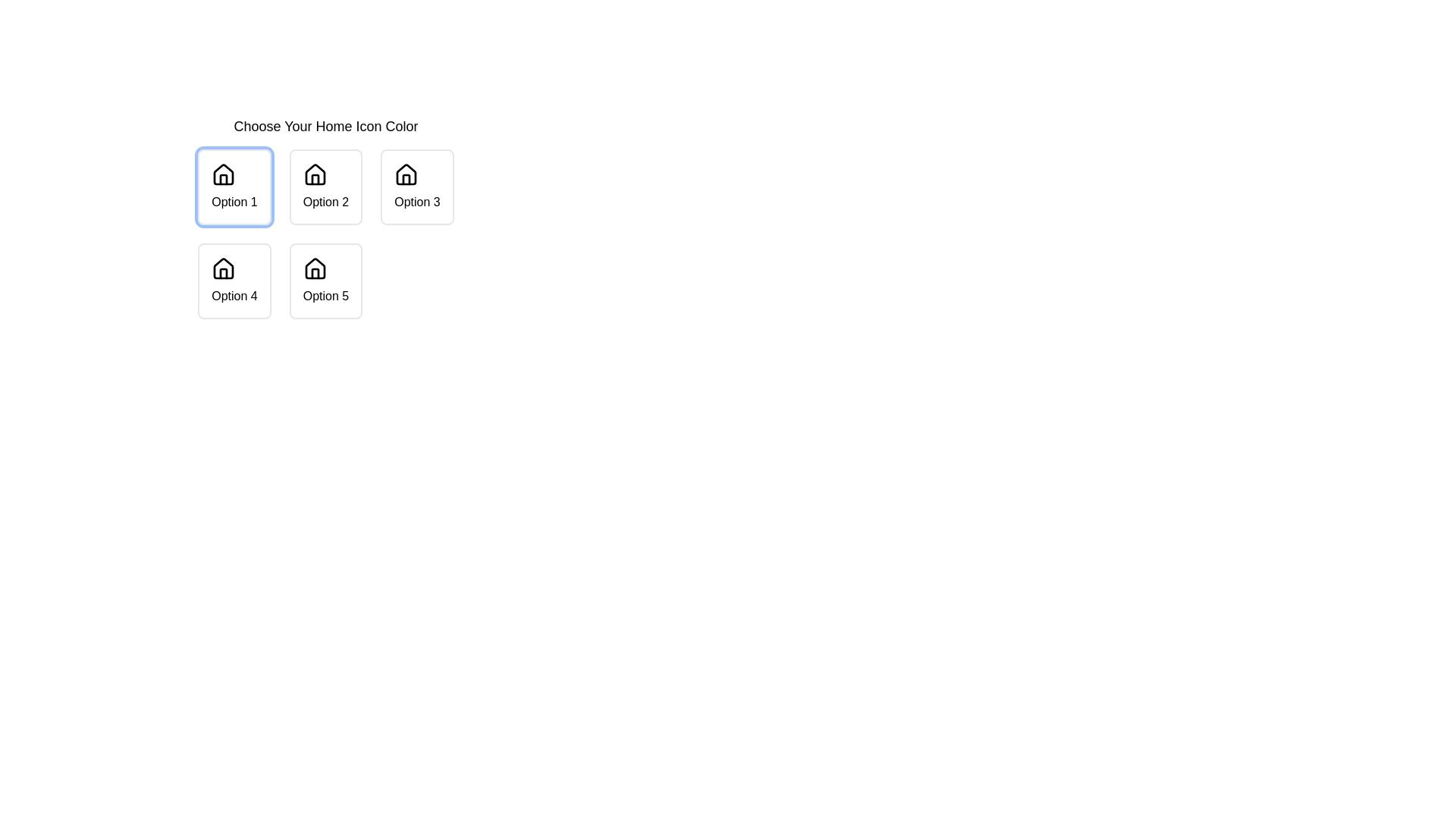 This screenshot has height=819, width=1456. What do you see at coordinates (234, 281) in the screenshot?
I see `the Selectable button, which is the first column in the second row of a grid layout containing options labeled from 'Option 1' to 'Option 5'` at bounding box center [234, 281].